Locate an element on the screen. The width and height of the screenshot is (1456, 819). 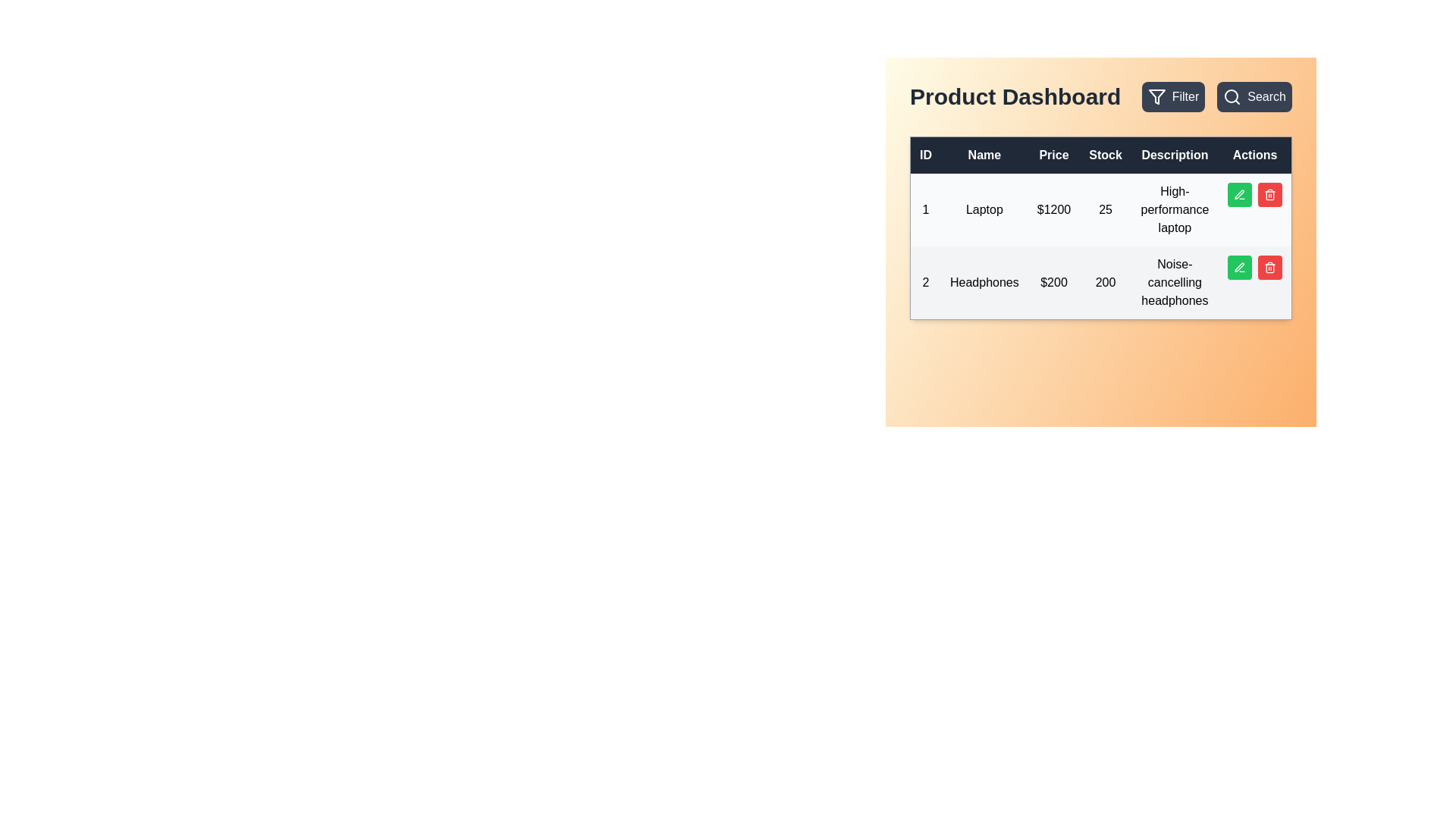
the delete icon located at the right-most side of the 'Actions' column in the second row of the Product Dashboard to possibly reveal additional details is located at coordinates (1270, 267).